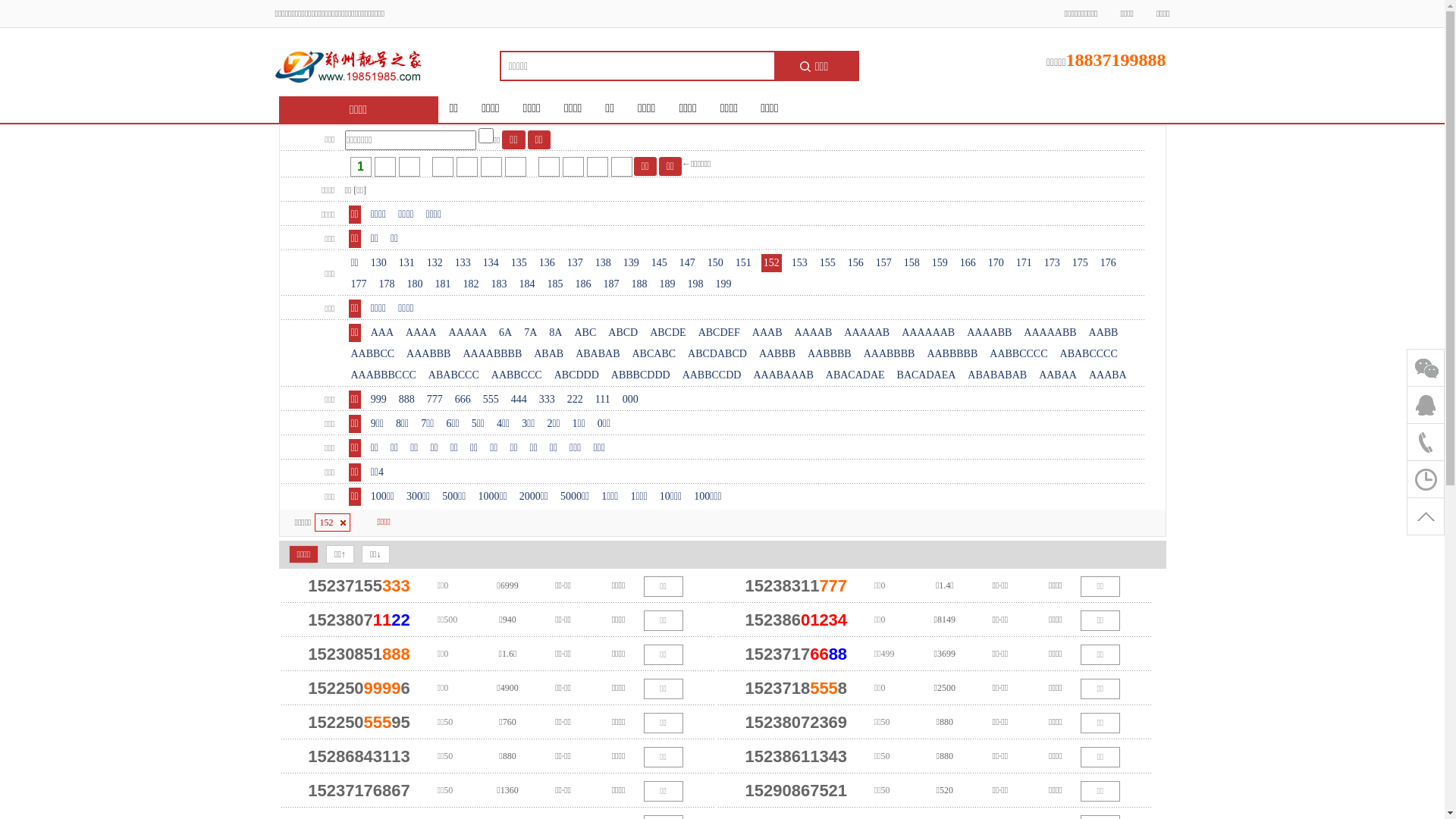 The image size is (1456, 819). What do you see at coordinates (996, 262) in the screenshot?
I see `'170'` at bounding box center [996, 262].